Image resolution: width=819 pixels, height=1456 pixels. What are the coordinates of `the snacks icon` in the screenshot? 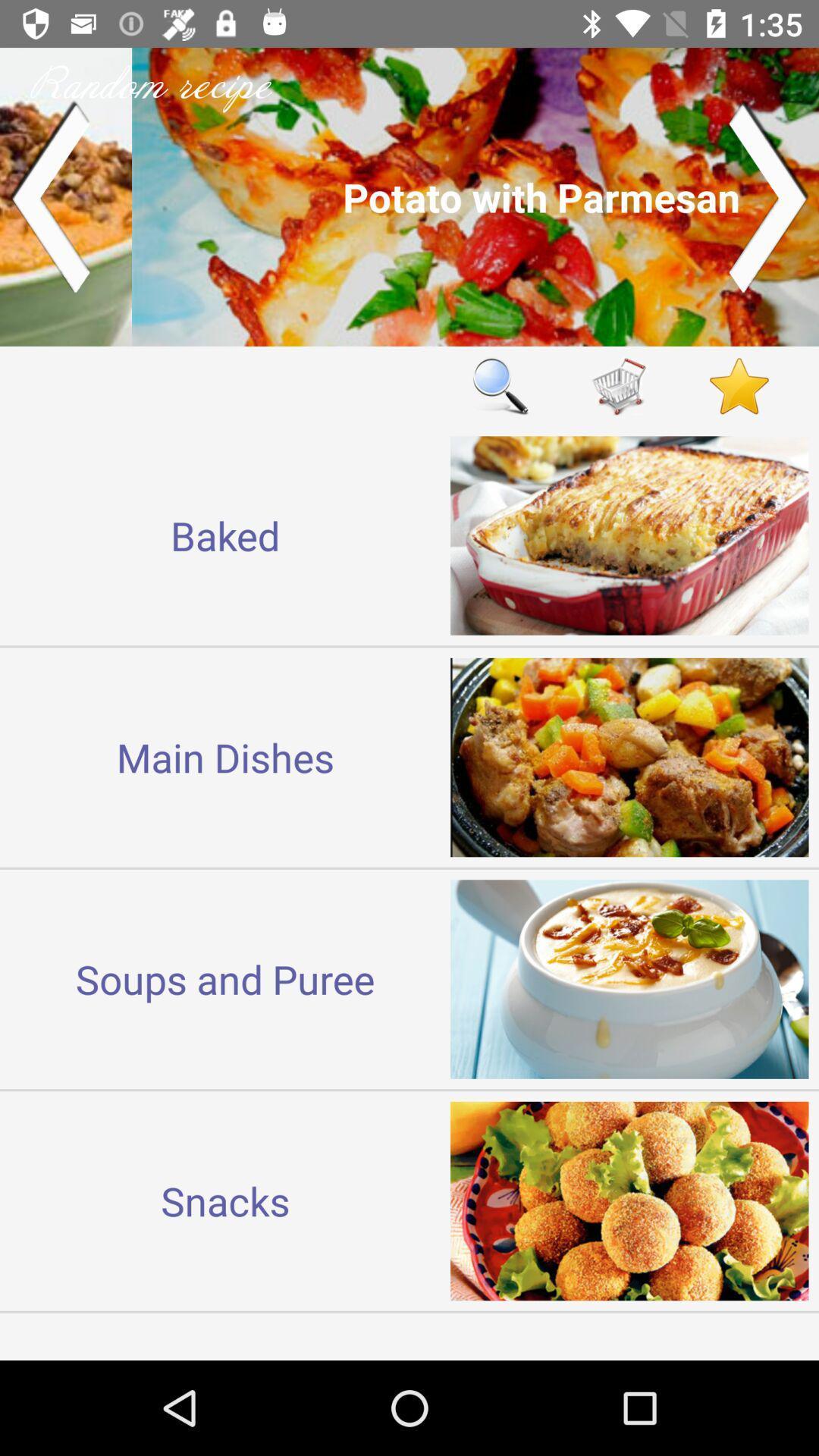 It's located at (225, 1200).